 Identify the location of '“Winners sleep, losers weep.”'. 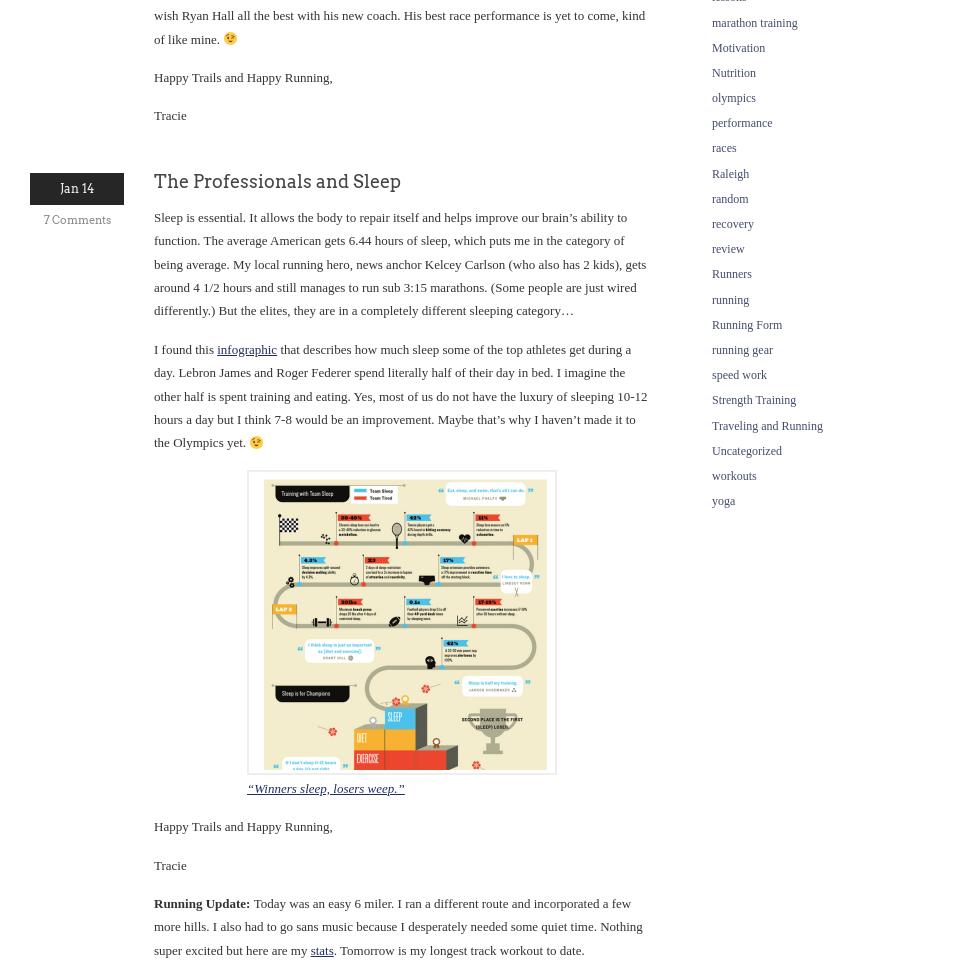
(325, 787).